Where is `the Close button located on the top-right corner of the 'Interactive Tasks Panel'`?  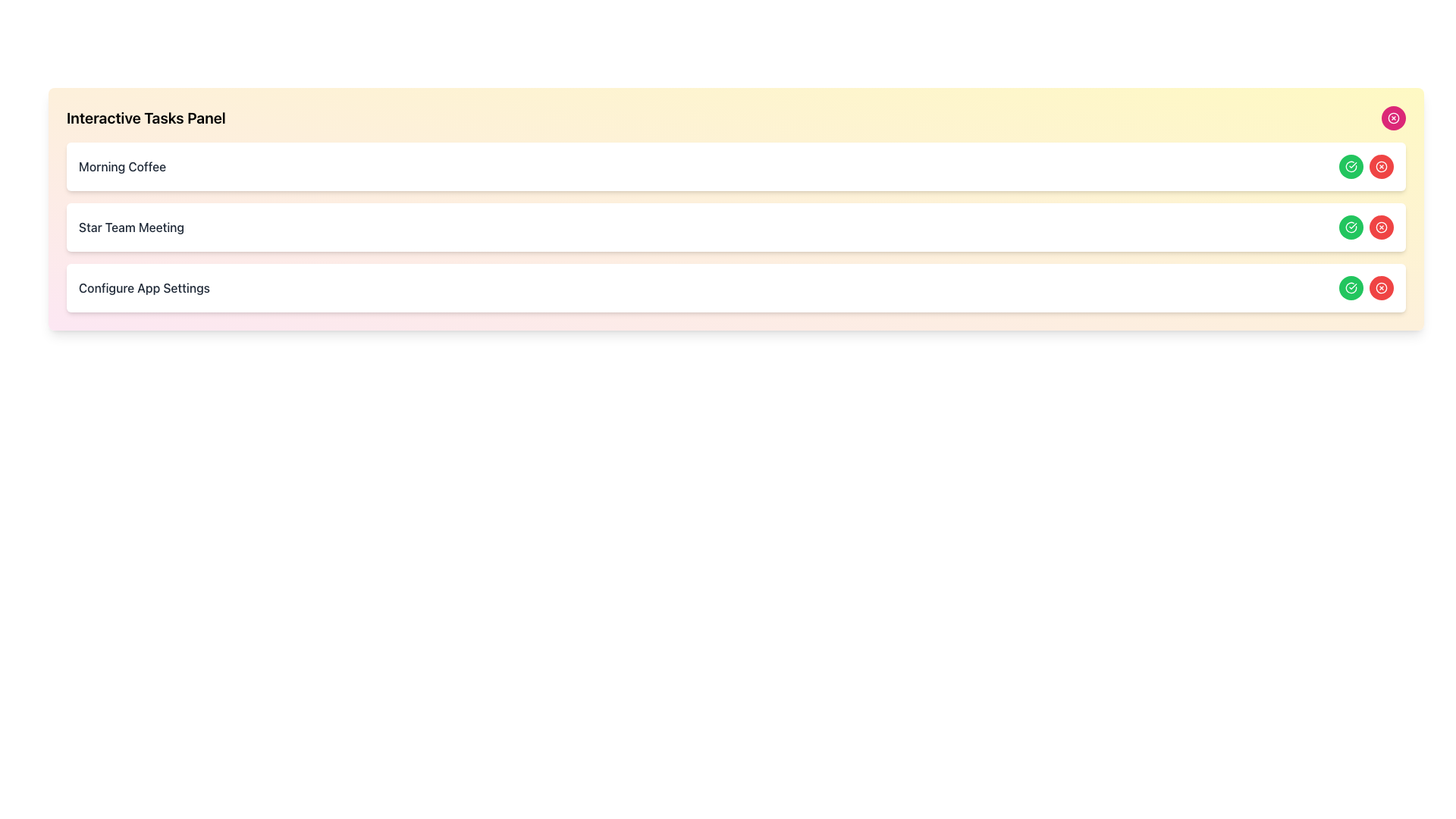
the Close button located on the top-right corner of the 'Interactive Tasks Panel' is located at coordinates (1394, 117).